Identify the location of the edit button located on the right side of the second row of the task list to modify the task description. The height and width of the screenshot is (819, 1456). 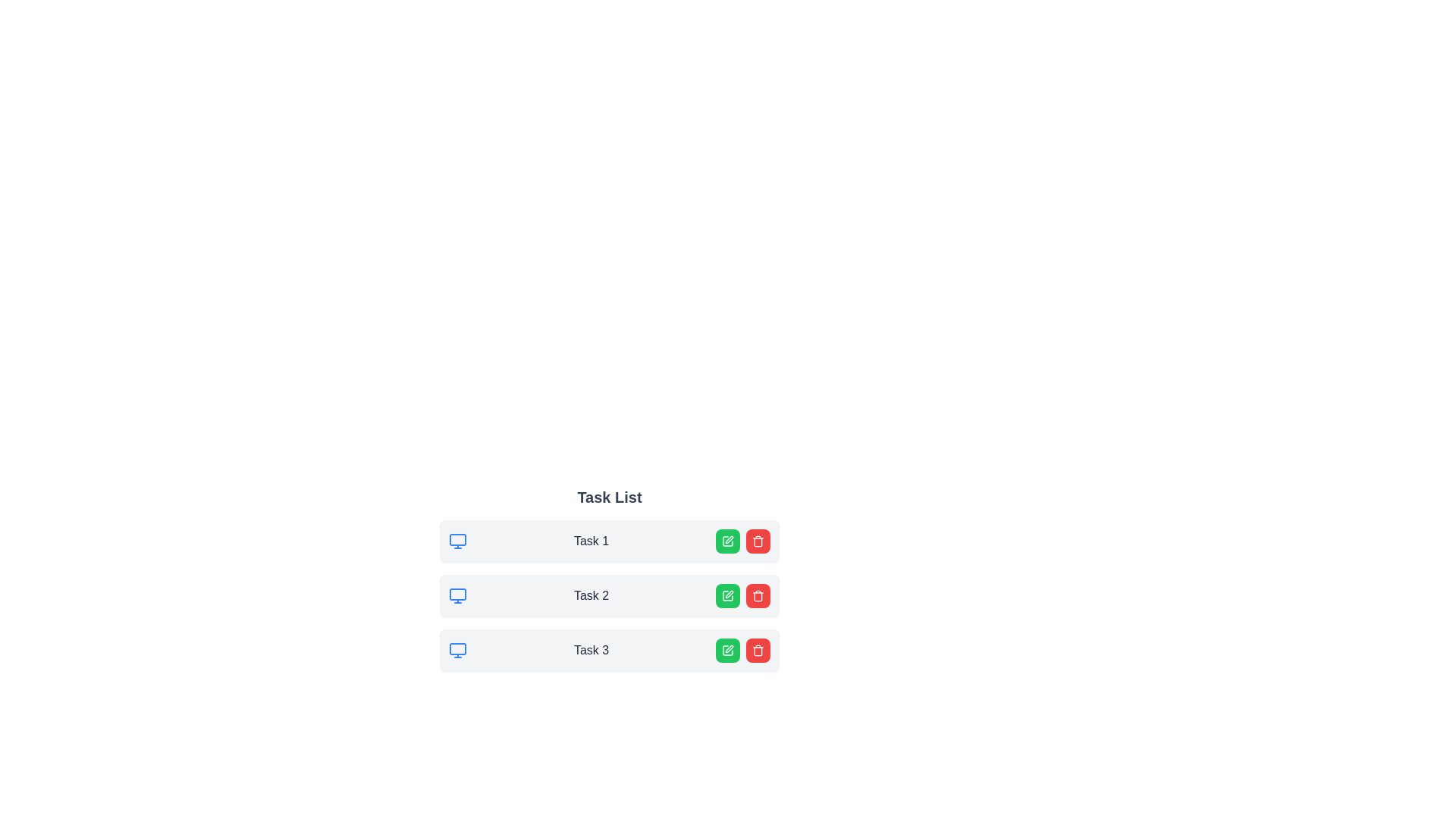
(728, 595).